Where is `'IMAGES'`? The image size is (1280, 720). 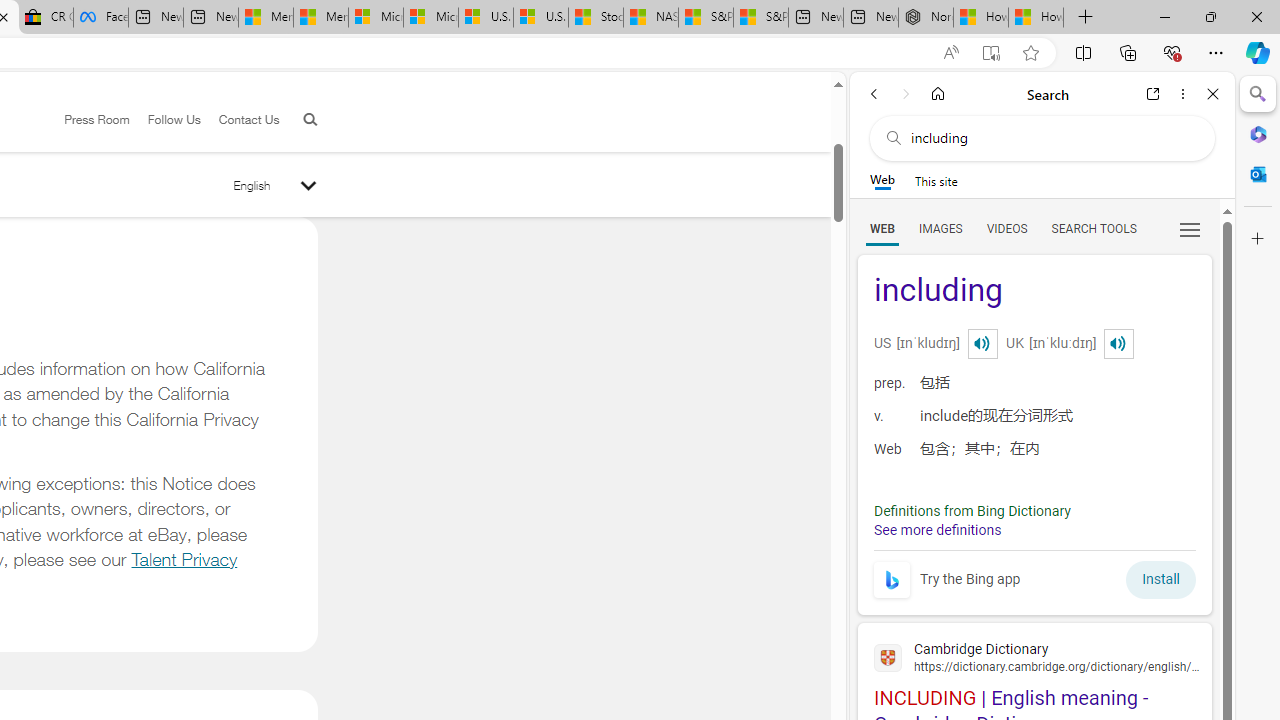 'IMAGES' is located at coordinates (939, 227).